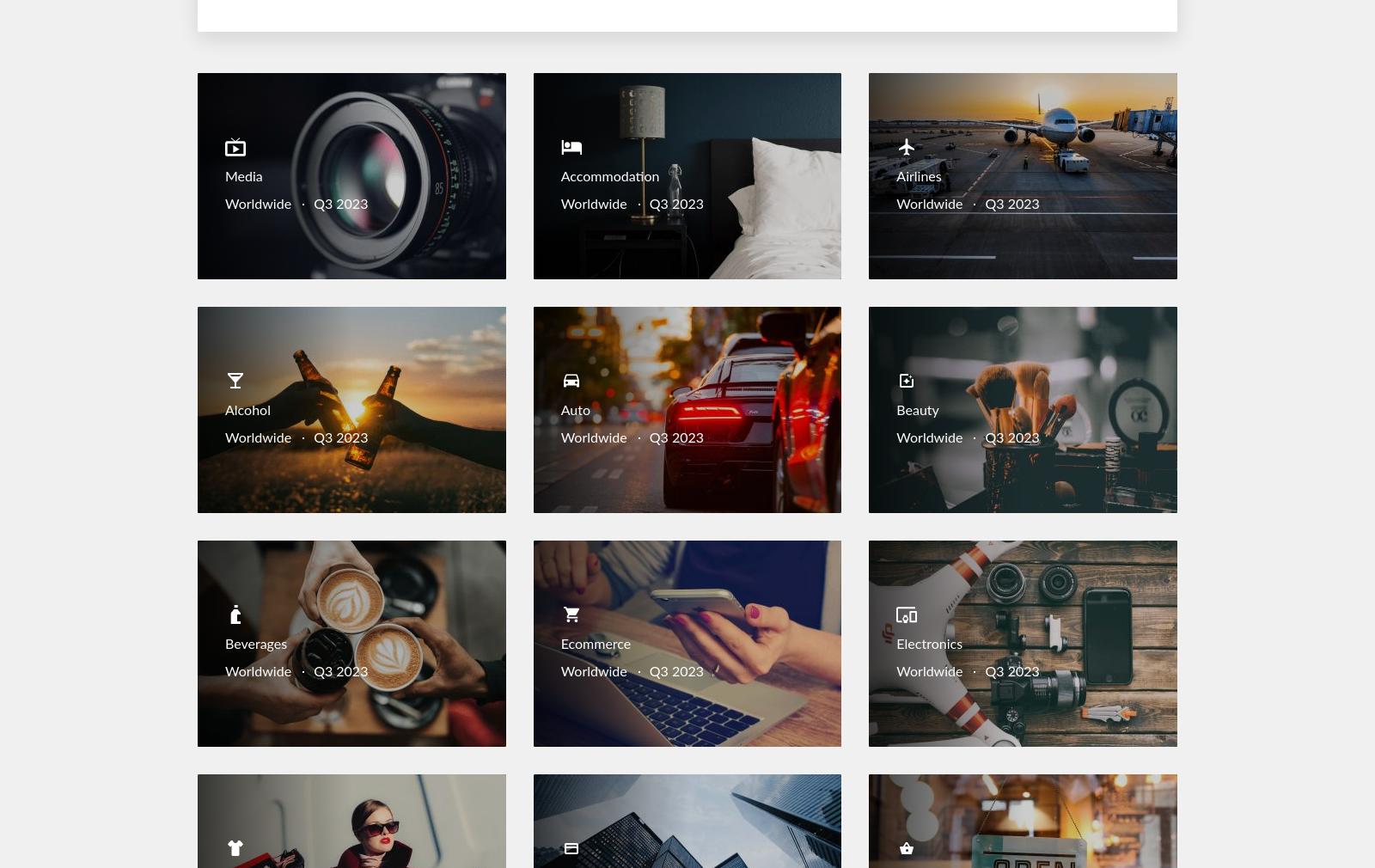 The width and height of the screenshot is (1375, 868). I want to click on 'Media', so click(243, 176).